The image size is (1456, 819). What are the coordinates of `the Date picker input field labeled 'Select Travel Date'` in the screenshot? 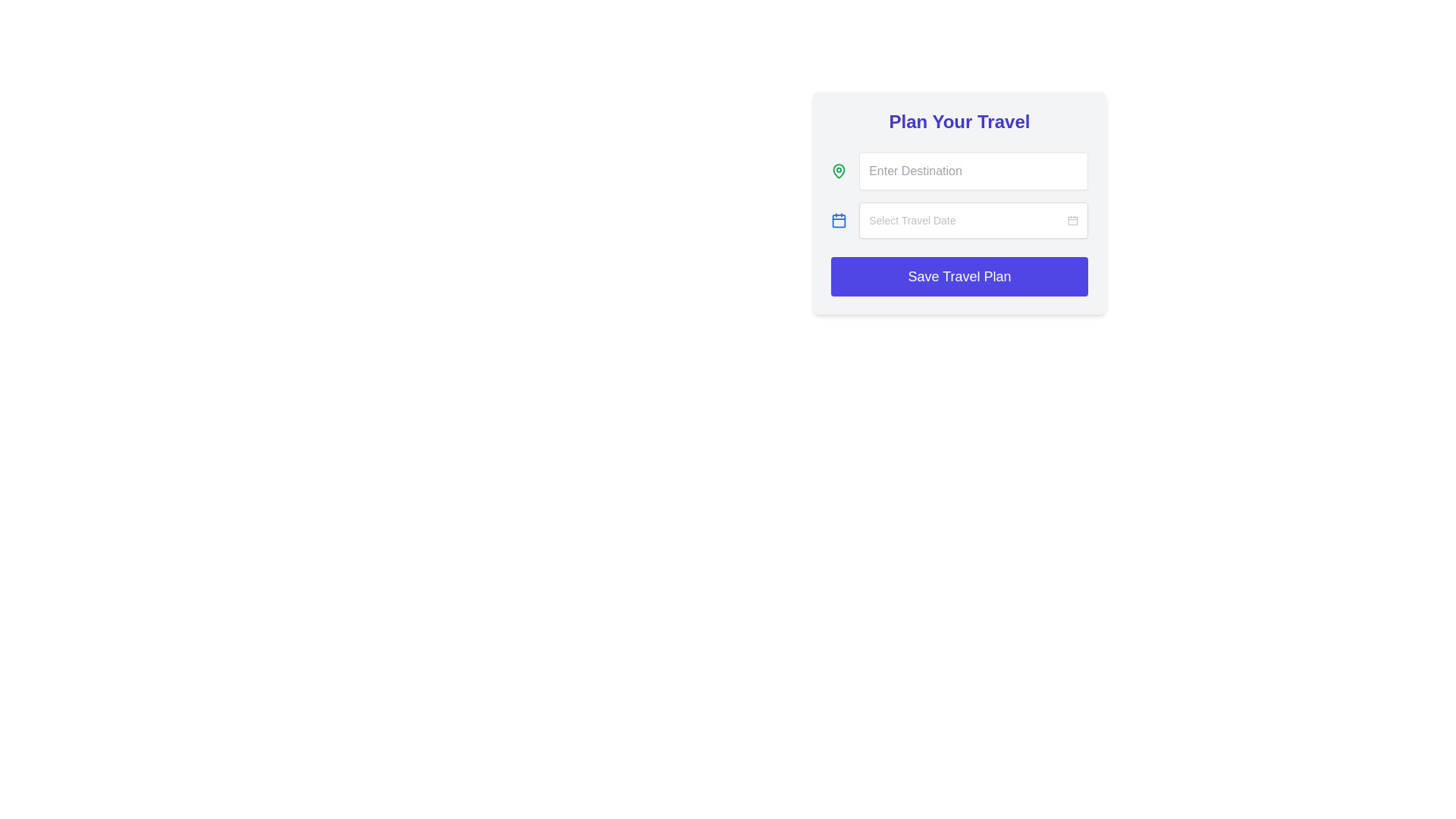 It's located at (959, 220).